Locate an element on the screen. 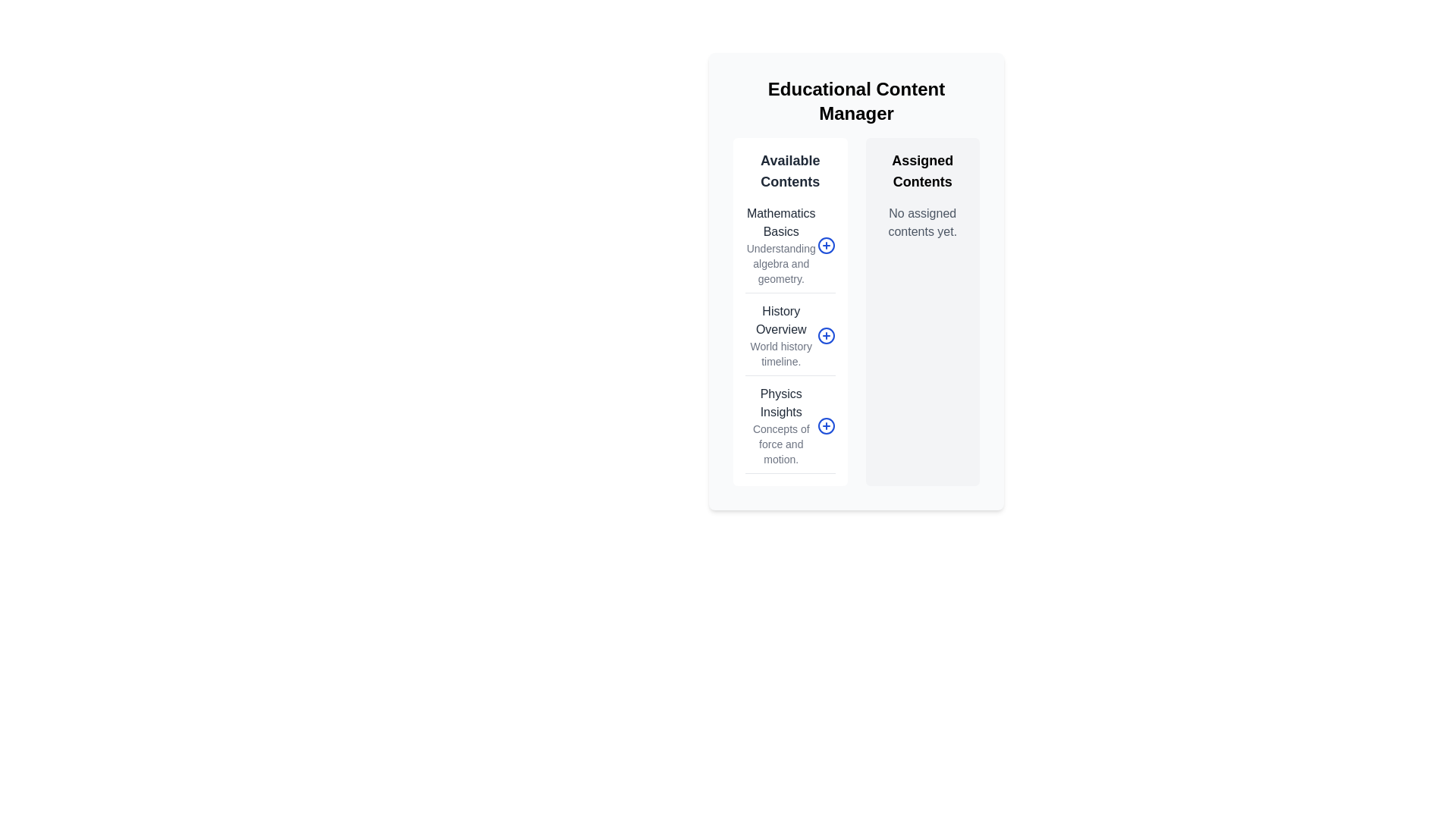 This screenshot has width=1456, height=819. the plus sign button in the 'History Overview' component located under 'Available Contents' to transfer content is located at coordinates (789, 338).